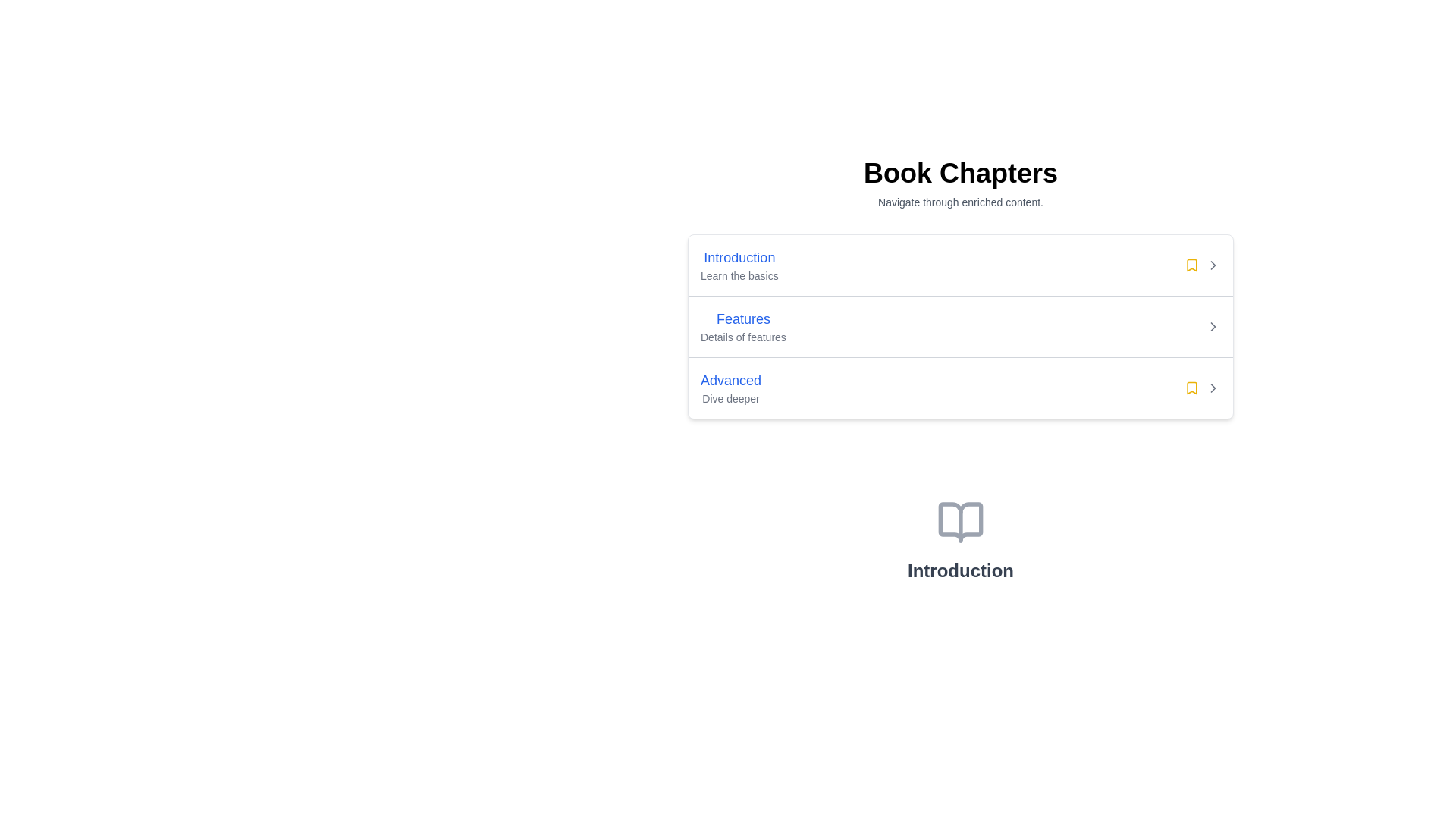 This screenshot has width=1456, height=819. I want to click on the interactive text link labeled 'Introduction', so click(739, 265).